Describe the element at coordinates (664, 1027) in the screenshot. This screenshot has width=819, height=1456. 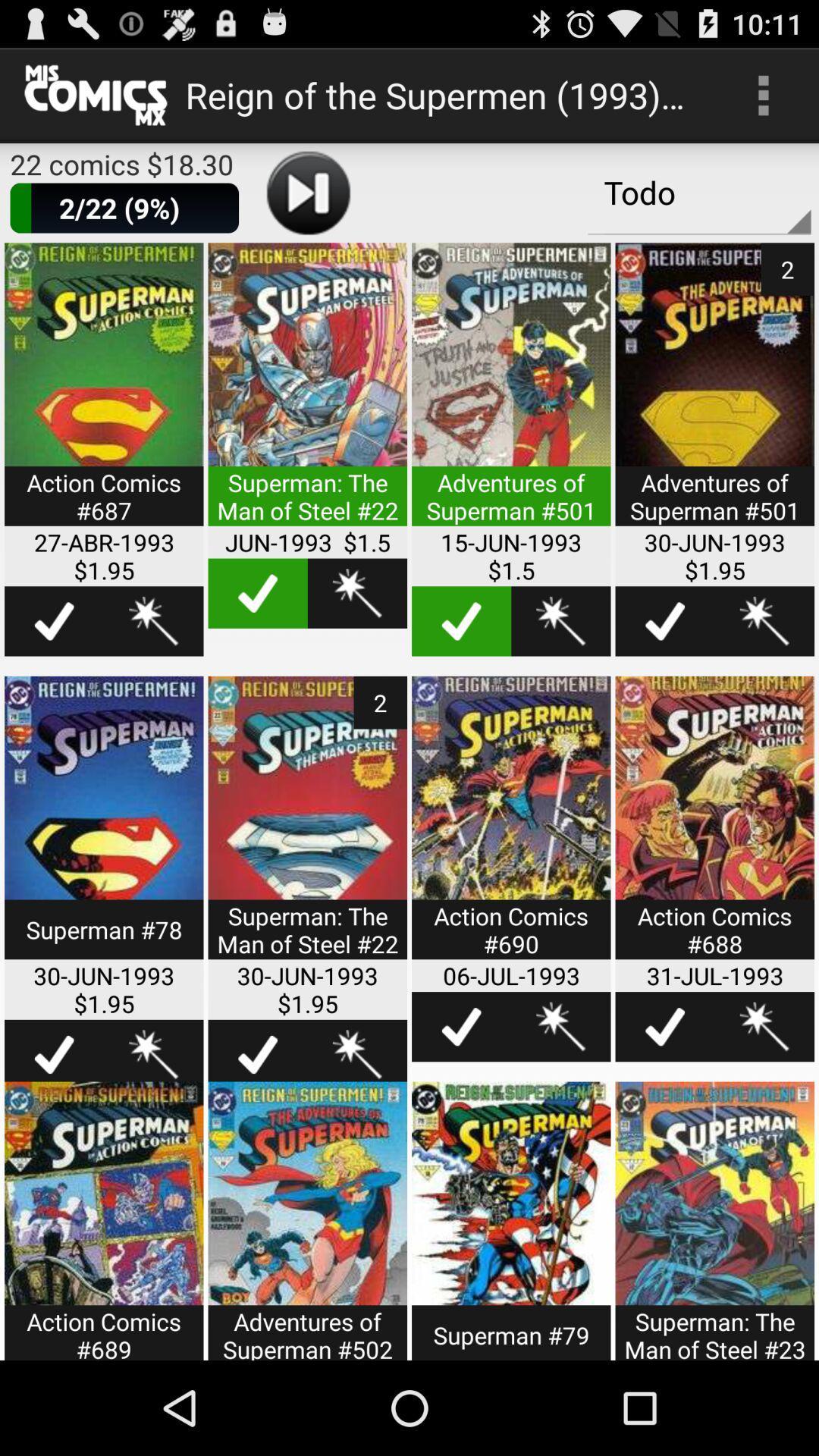
I see `check the option` at that location.